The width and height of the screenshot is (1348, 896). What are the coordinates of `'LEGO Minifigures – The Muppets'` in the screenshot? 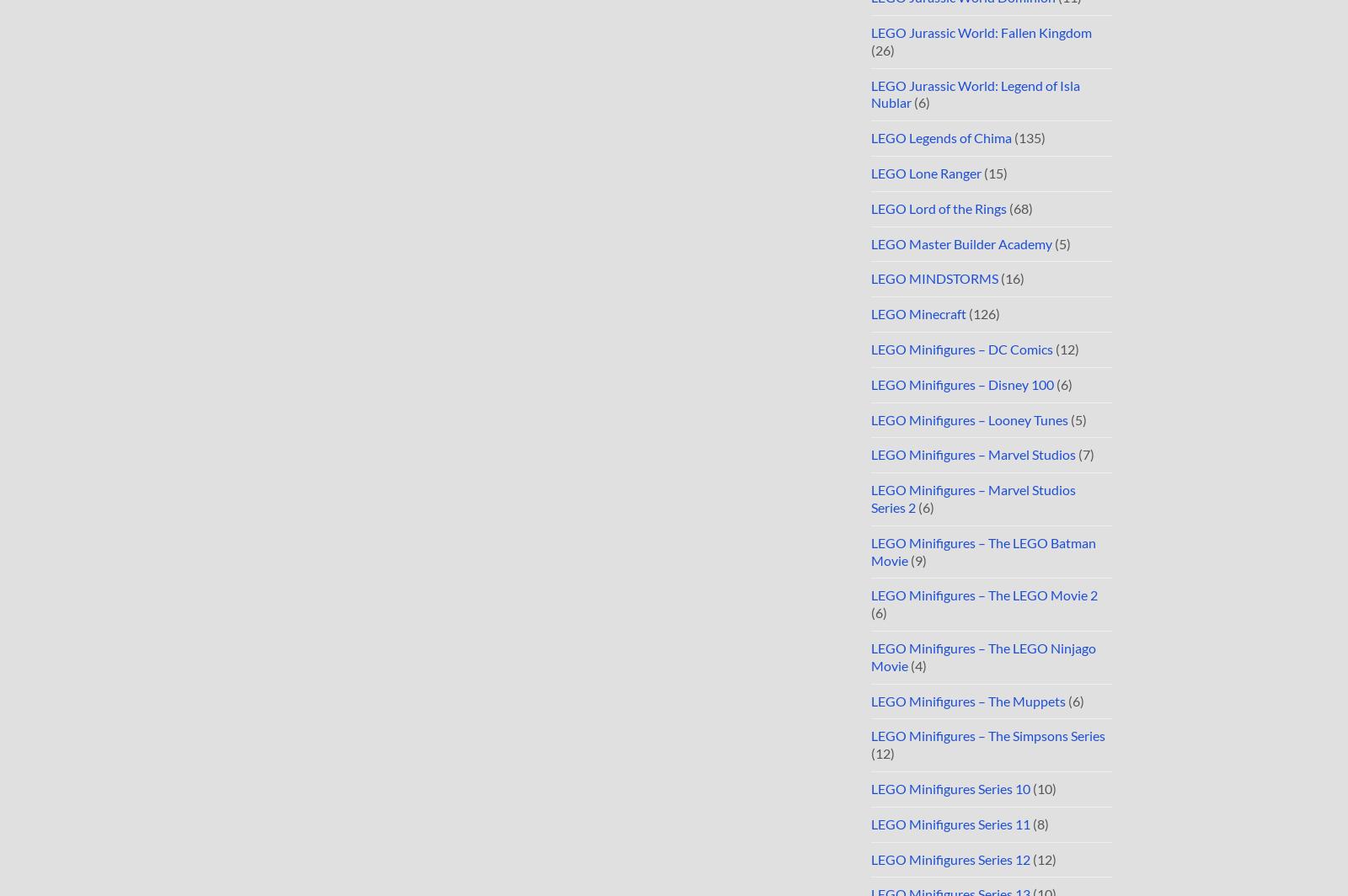 It's located at (870, 700).